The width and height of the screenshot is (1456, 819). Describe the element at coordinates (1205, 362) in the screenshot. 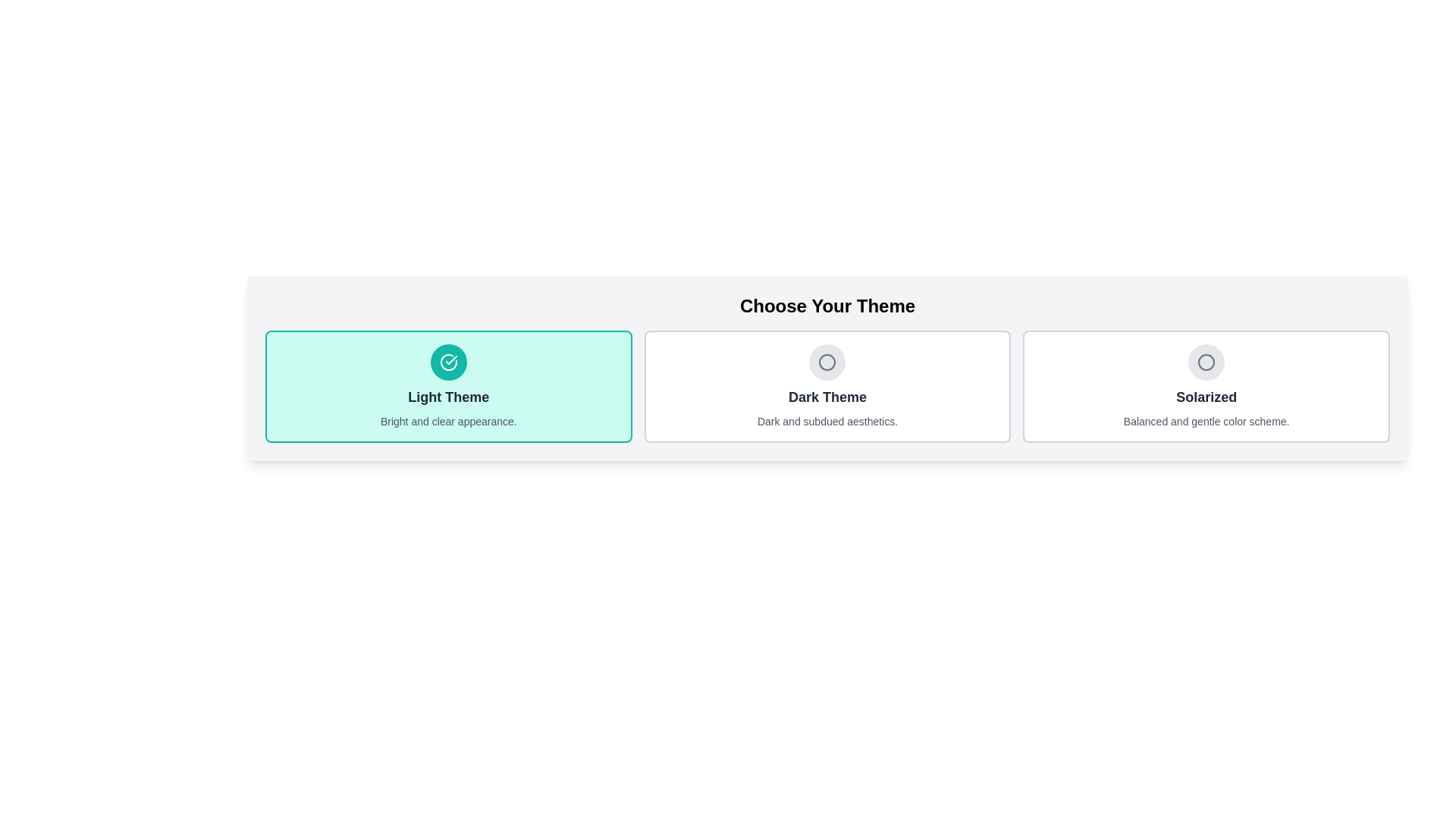

I see `the selection indicator icon for the 'Solarized' theme located in the third position from the left under the 'Choose Your Theme' heading` at that location.